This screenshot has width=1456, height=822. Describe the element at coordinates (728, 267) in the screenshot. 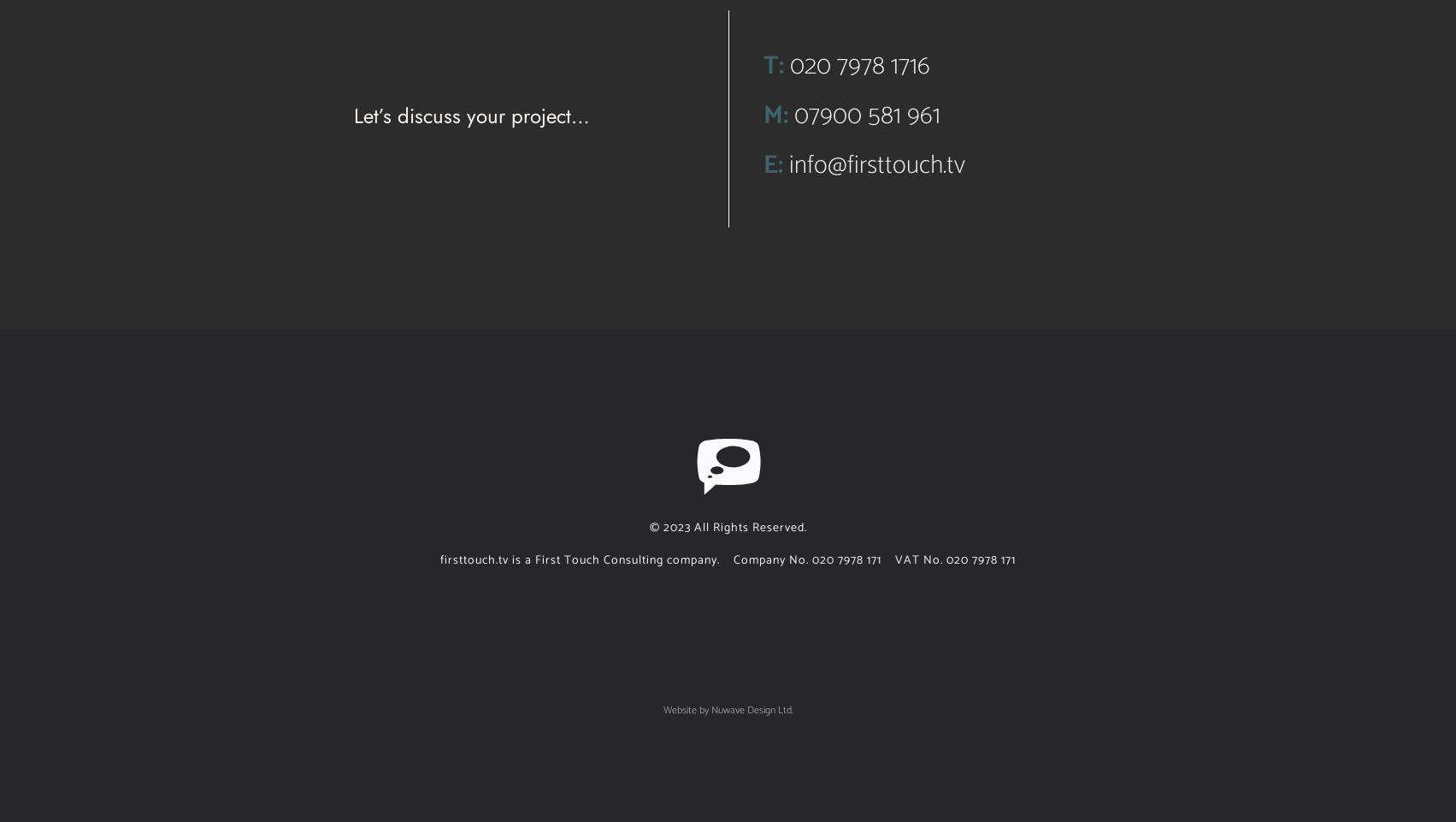

I see `'Once again you have managed to create the most informative and engaging videos. I have always found your ability to tell a story, in a compelling and interesting way, inspiring.'` at that location.